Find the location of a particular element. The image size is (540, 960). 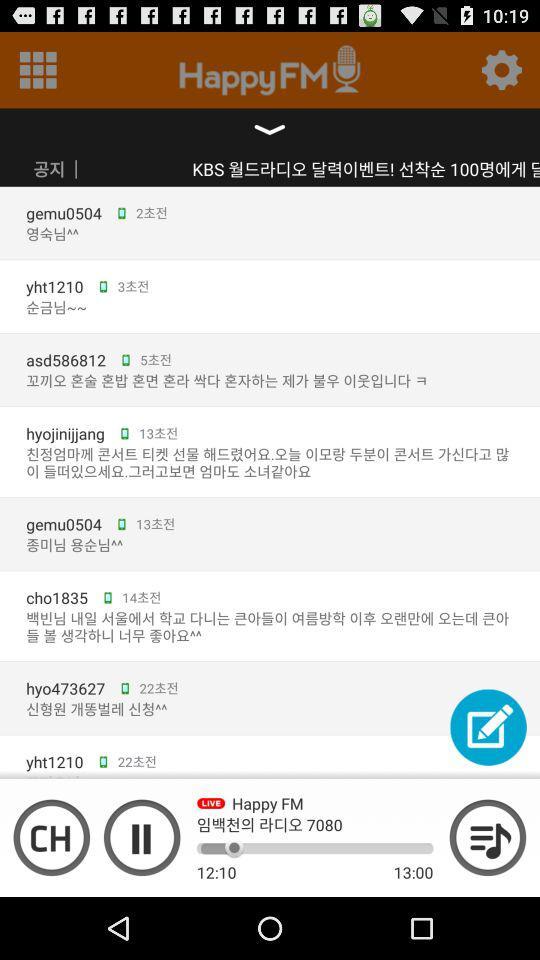

the pause icon is located at coordinates (141, 895).